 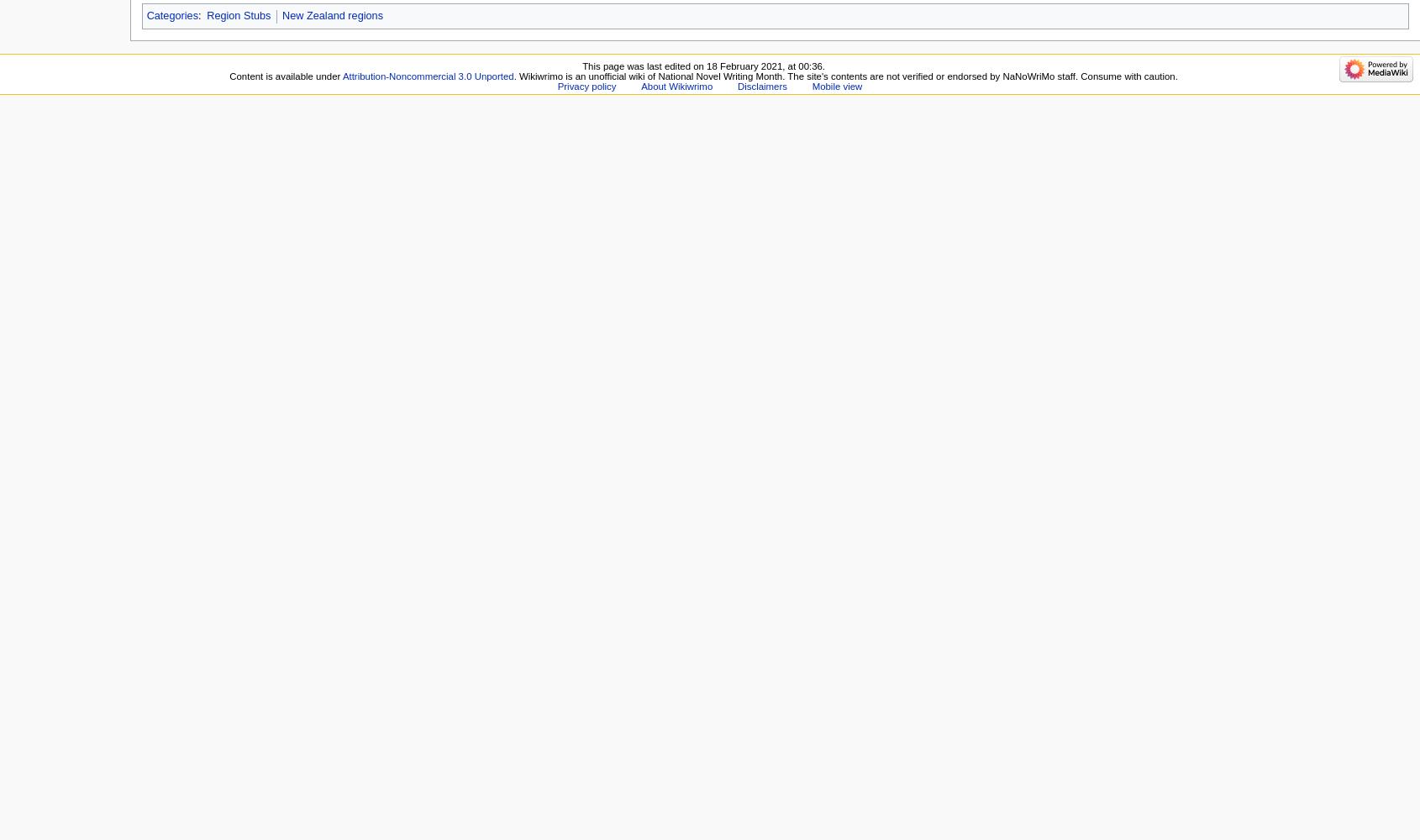 I want to click on 'New Zealand regions', so click(x=331, y=15).